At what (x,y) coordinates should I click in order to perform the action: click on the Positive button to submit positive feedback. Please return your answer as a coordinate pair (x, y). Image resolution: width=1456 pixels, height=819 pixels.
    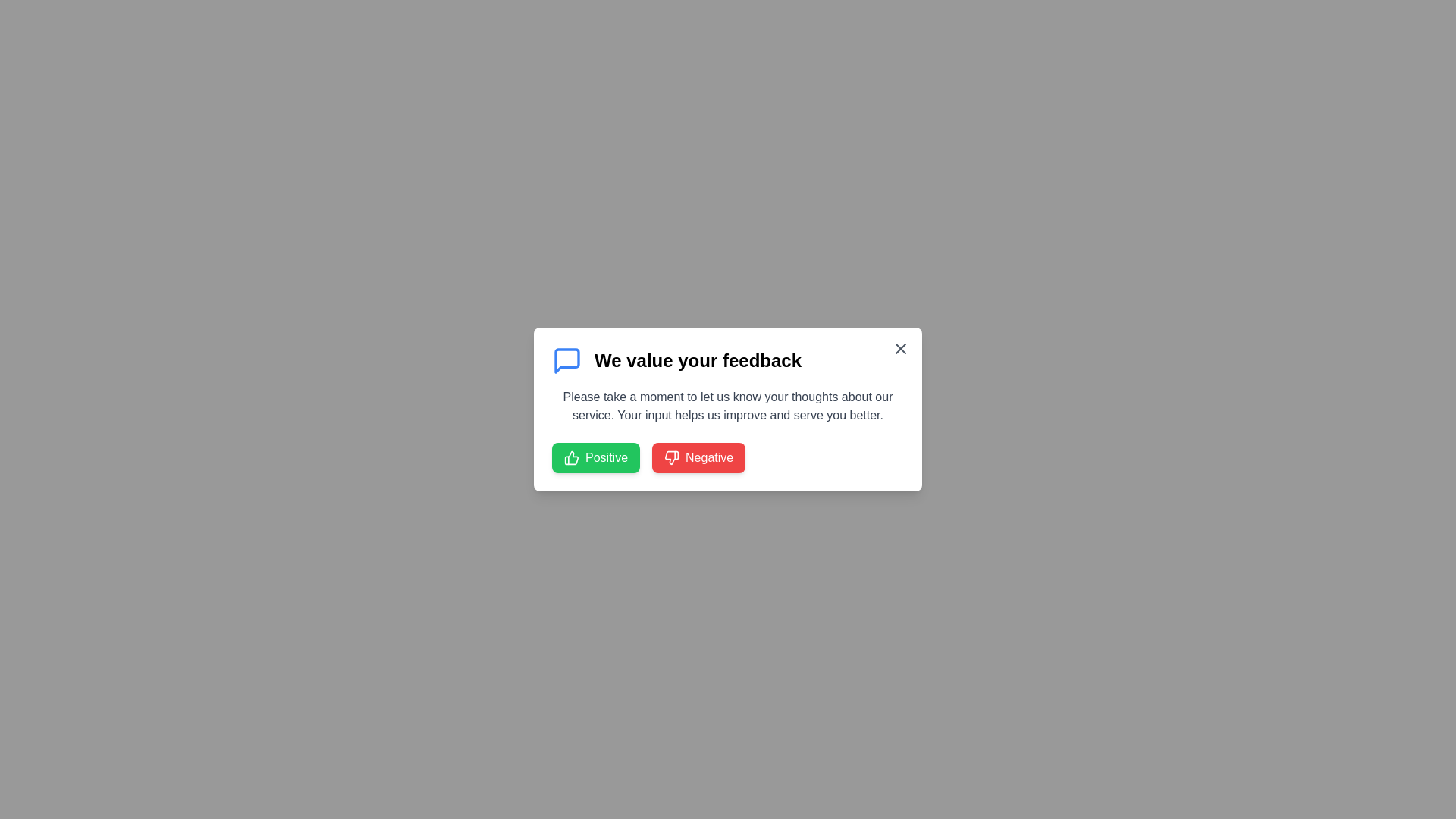
    Looking at the image, I should click on (595, 457).